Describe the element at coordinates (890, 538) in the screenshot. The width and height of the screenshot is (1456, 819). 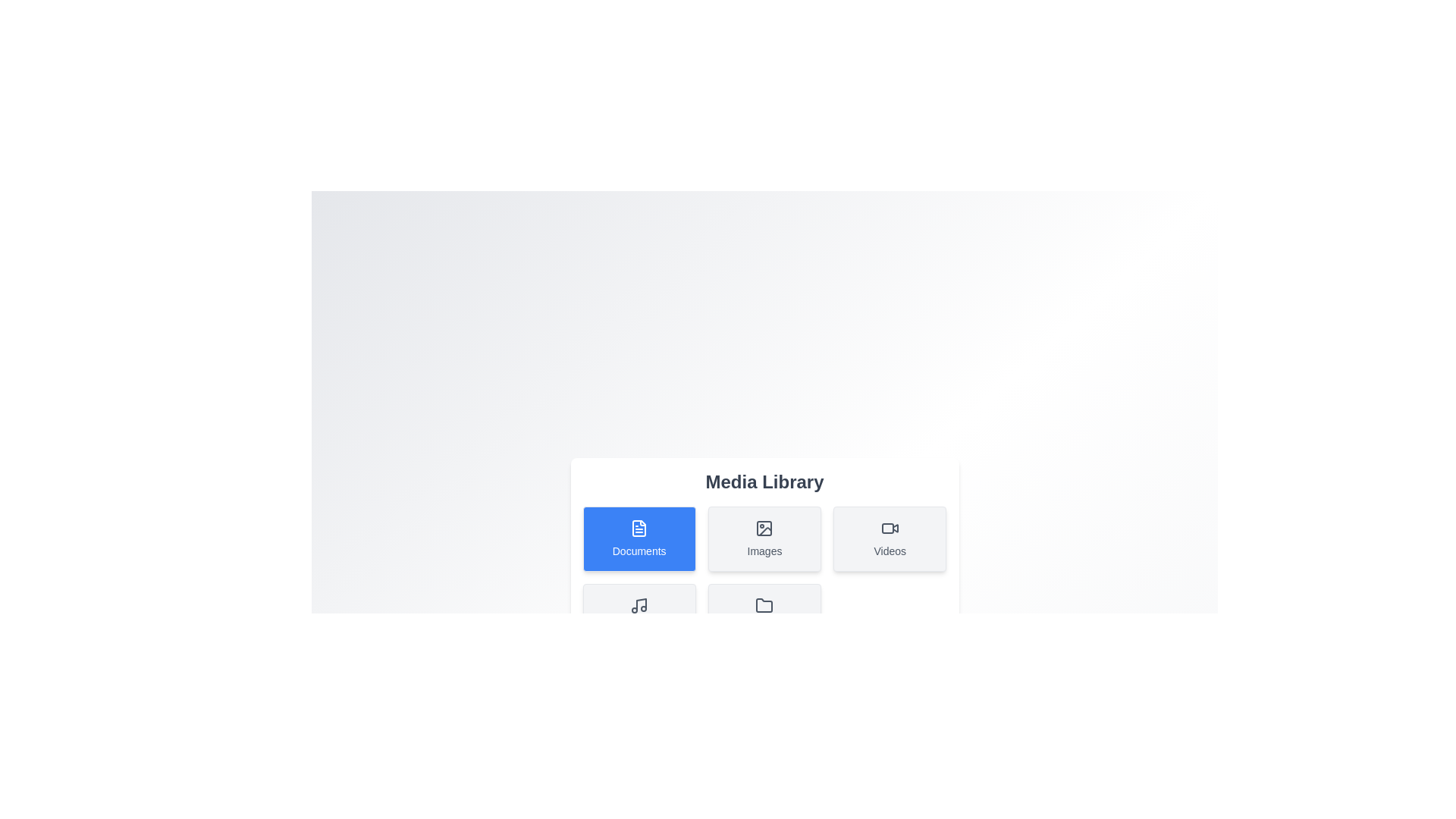
I see `the media category Videos by clicking its respective button` at that location.